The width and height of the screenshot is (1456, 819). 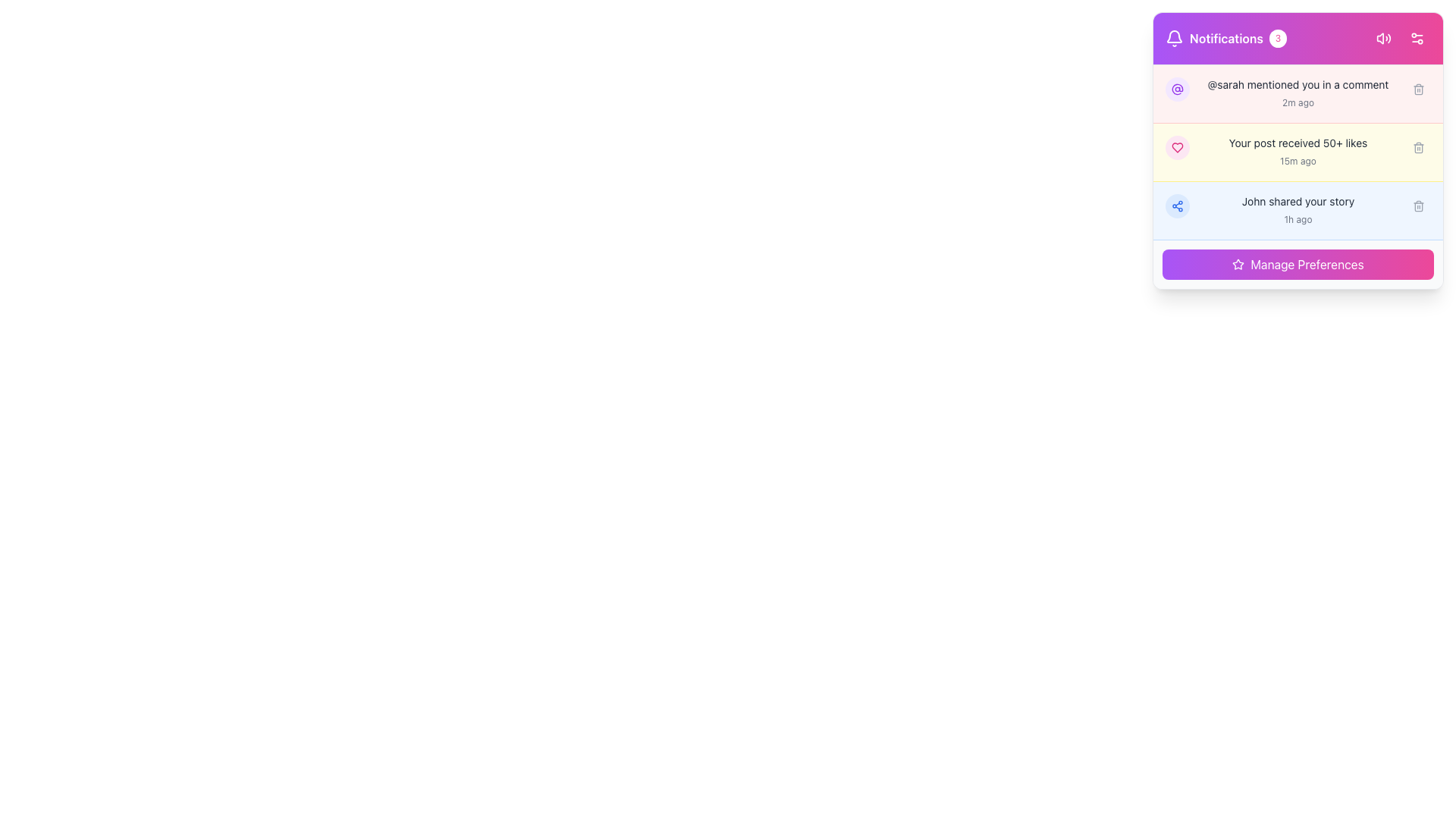 What do you see at coordinates (1298, 161) in the screenshot?
I see `timestamp displayed as '15m ago' in the small gray font located in the bottom-right corner of the third notification card, next to the content 'Your post received 50+ likes'` at bounding box center [1298, 161].